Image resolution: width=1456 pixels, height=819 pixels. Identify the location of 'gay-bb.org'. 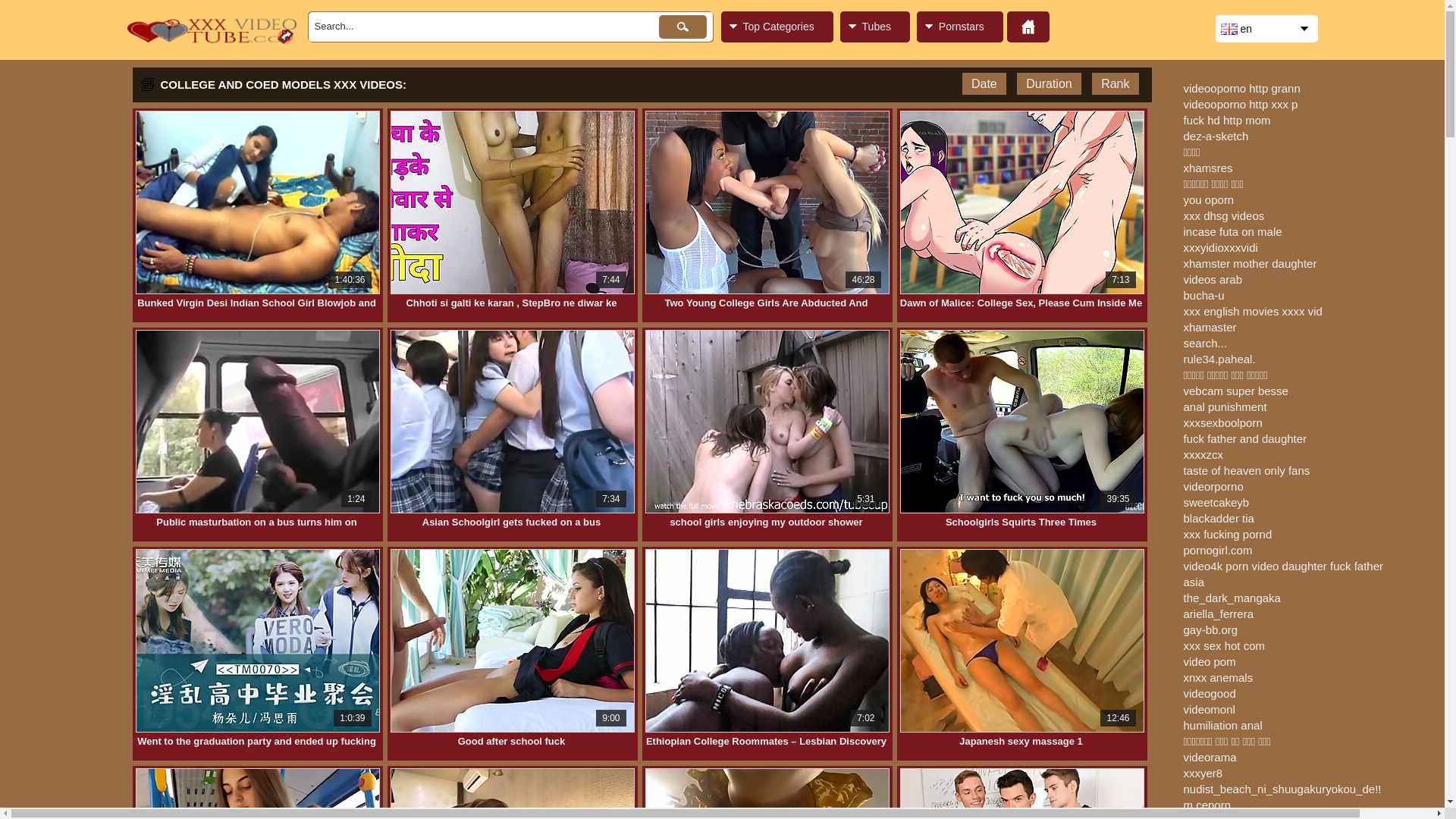
(1210, 629).